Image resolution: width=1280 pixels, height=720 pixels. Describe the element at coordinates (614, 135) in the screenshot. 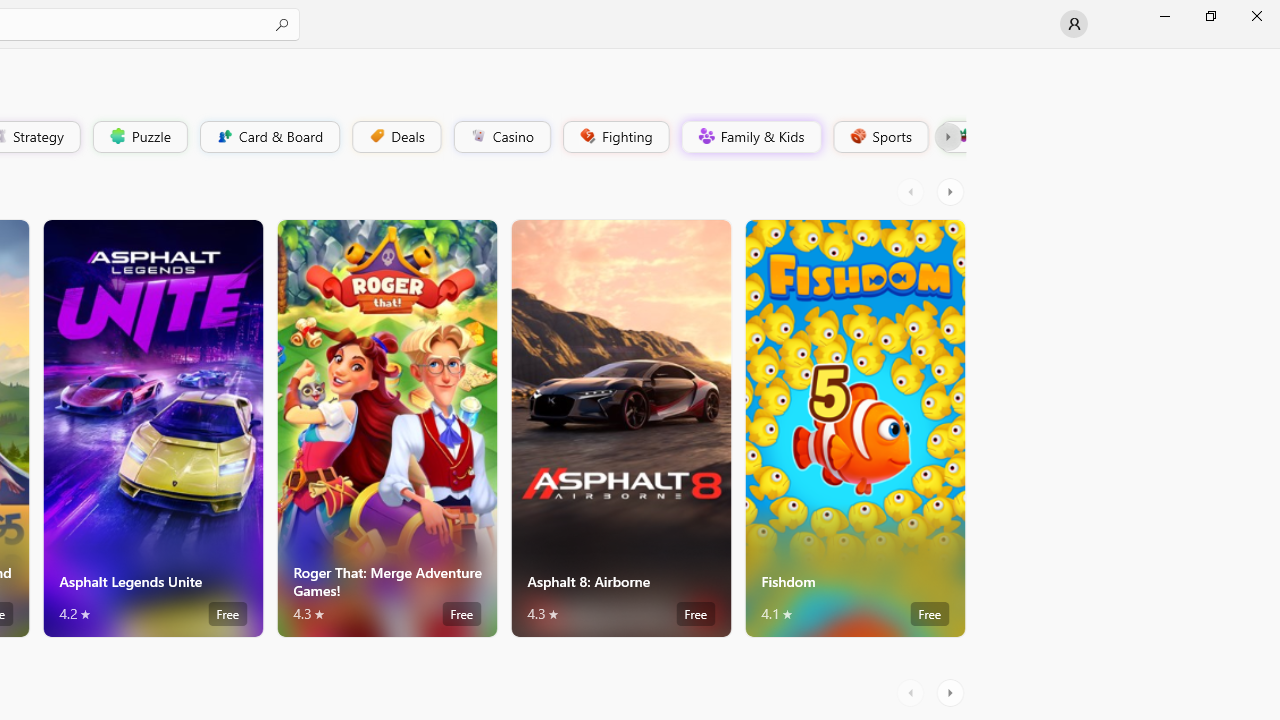

I see `'Fighting'` at that location.